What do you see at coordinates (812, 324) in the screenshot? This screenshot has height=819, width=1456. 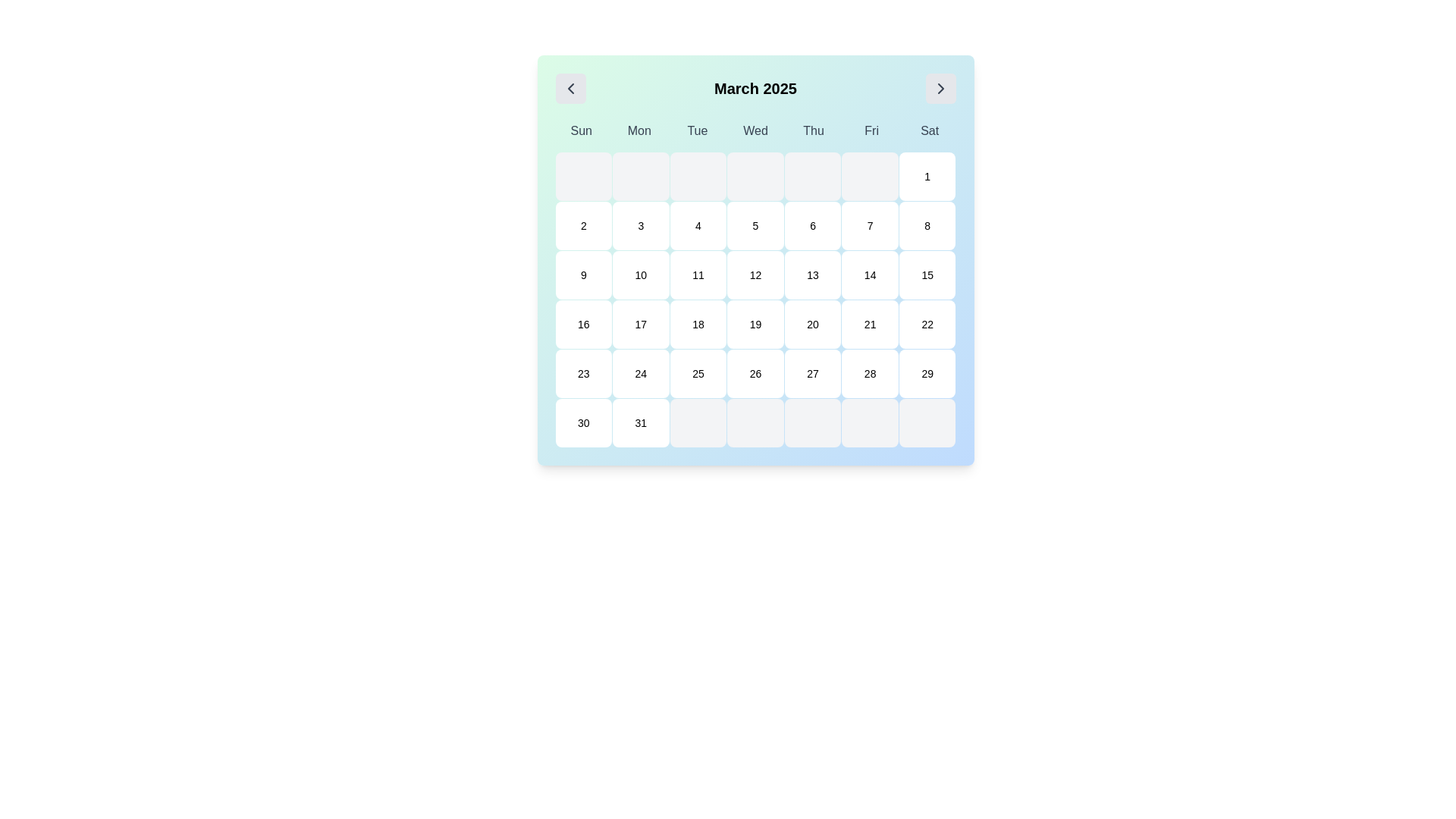 I see `the calendar day cell representing the 20th of March 2025` at bounding box center [812, 324].